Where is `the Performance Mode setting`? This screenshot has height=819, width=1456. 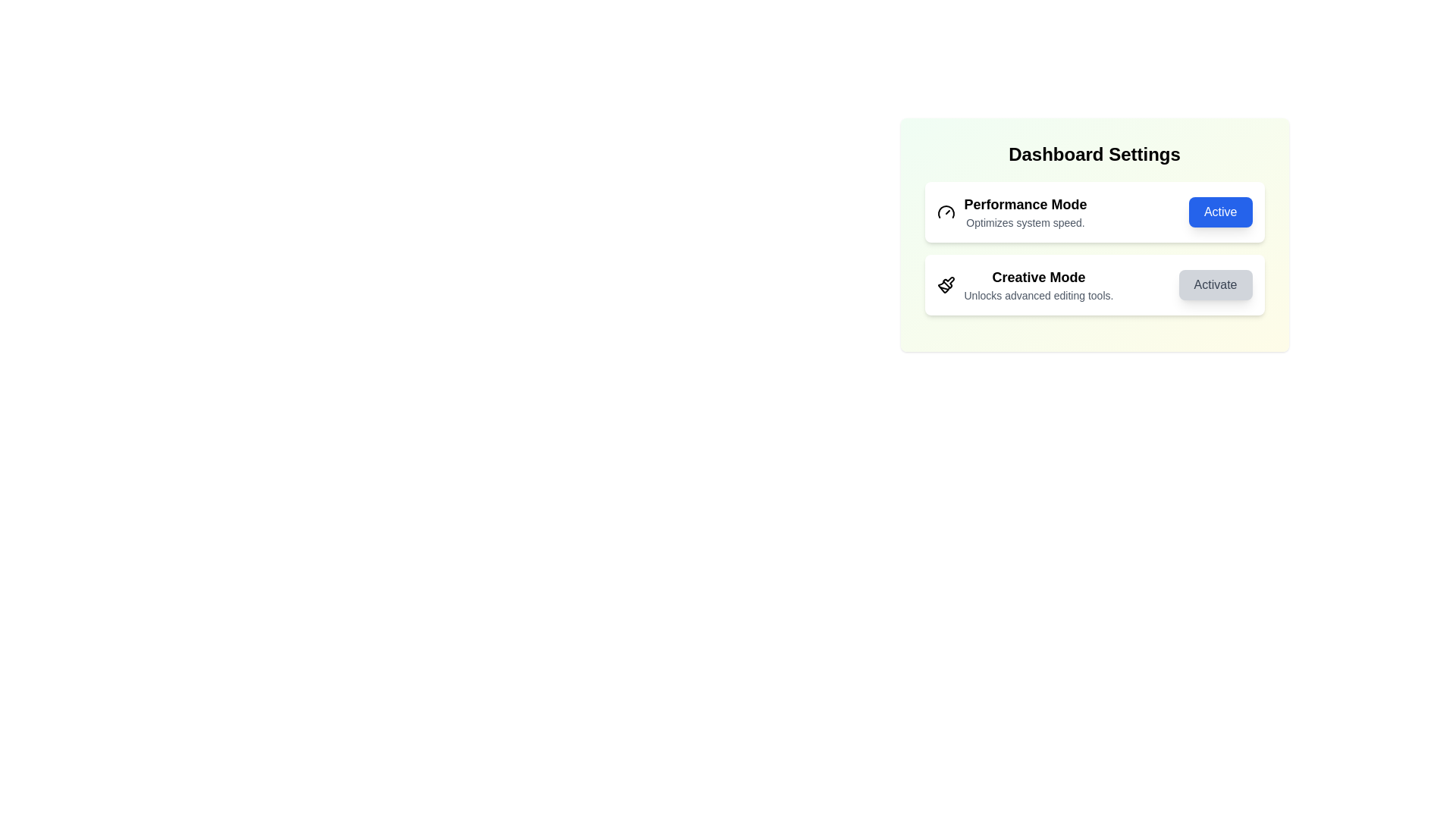
the Performance Mode setting is located at coordinates (1094, 212).